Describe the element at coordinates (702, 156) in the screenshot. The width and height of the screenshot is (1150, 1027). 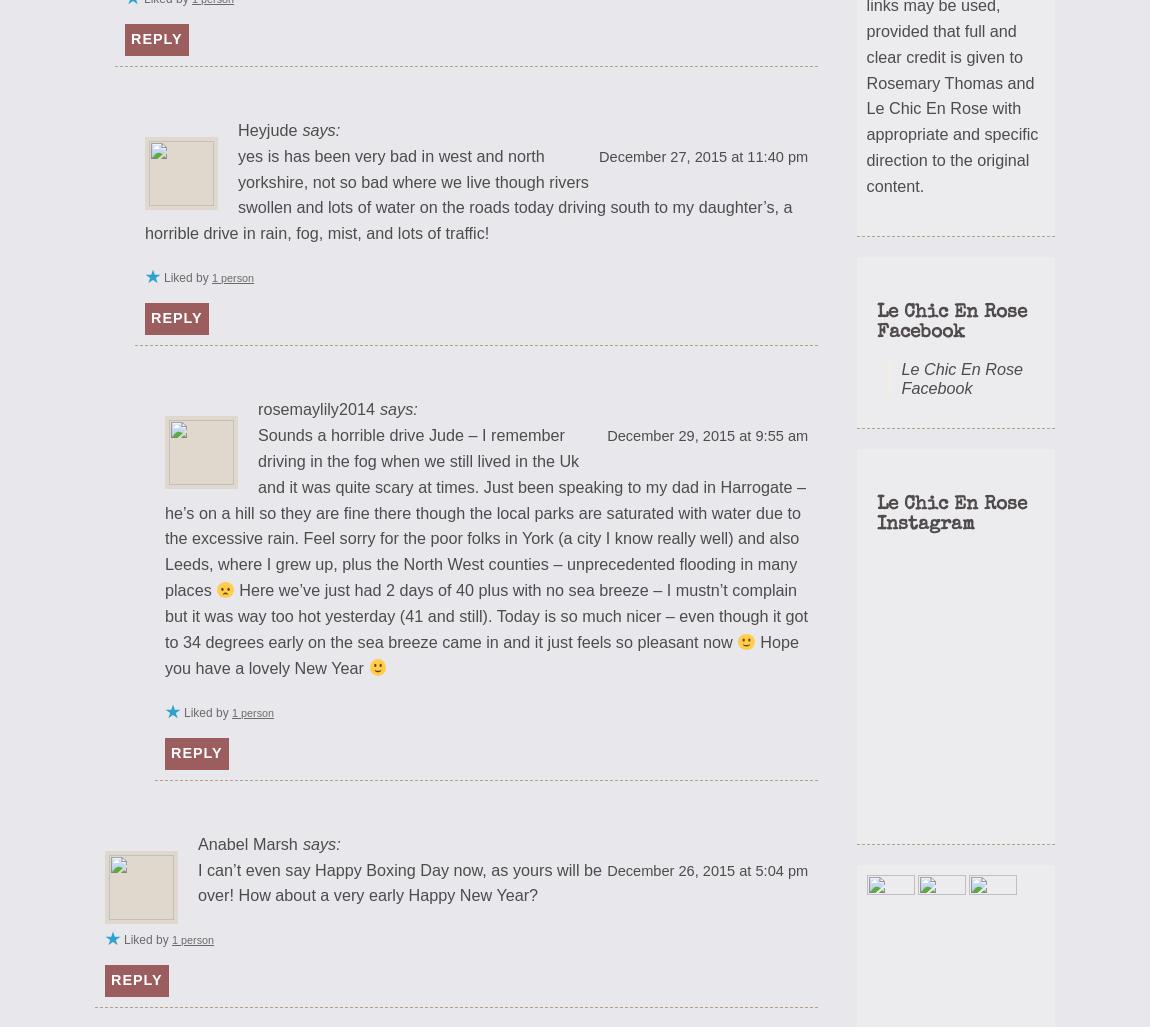
I see `'December 27, 2015 at 11:40 pm'` at that location.